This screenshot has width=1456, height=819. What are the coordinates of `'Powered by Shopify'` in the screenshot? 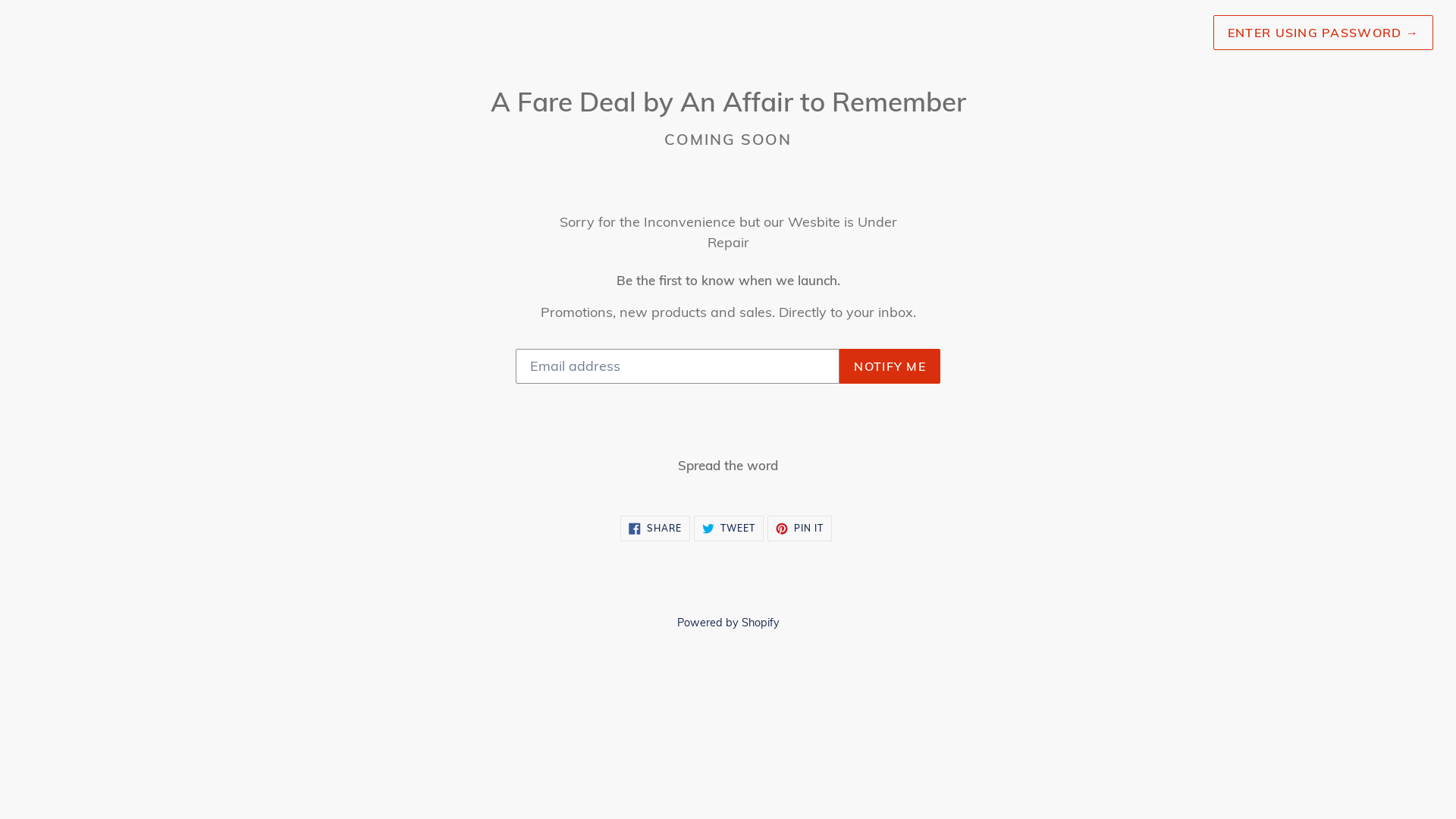 It's located at (726, 623).